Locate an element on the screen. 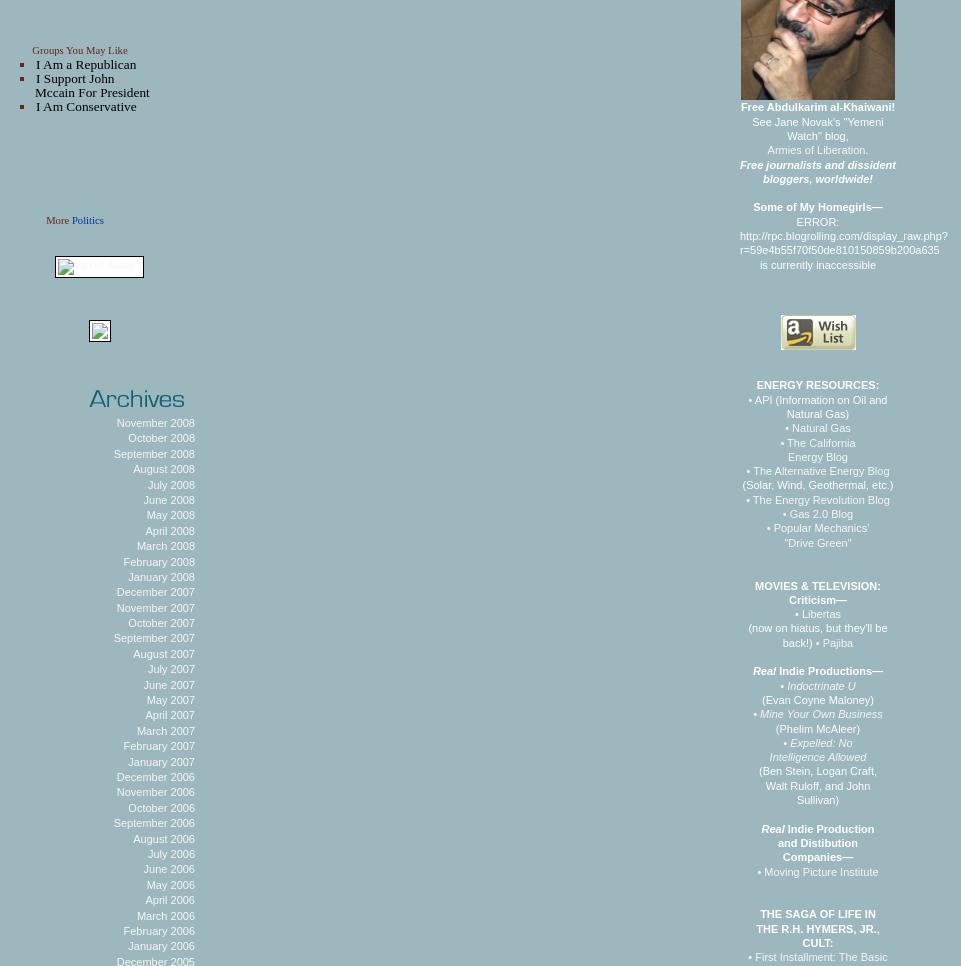 The height and width of the screenshot is (966, 961). '• API' is located at coordinates (758, 398).